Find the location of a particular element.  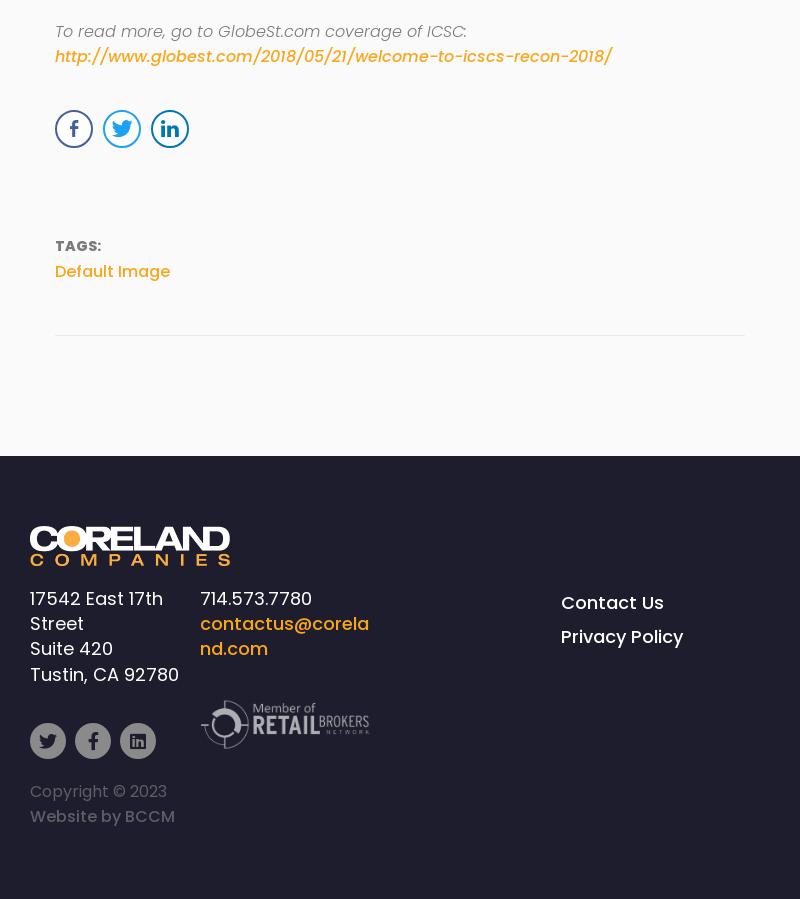

'Suite 420' is located at coordinates (30, 647).